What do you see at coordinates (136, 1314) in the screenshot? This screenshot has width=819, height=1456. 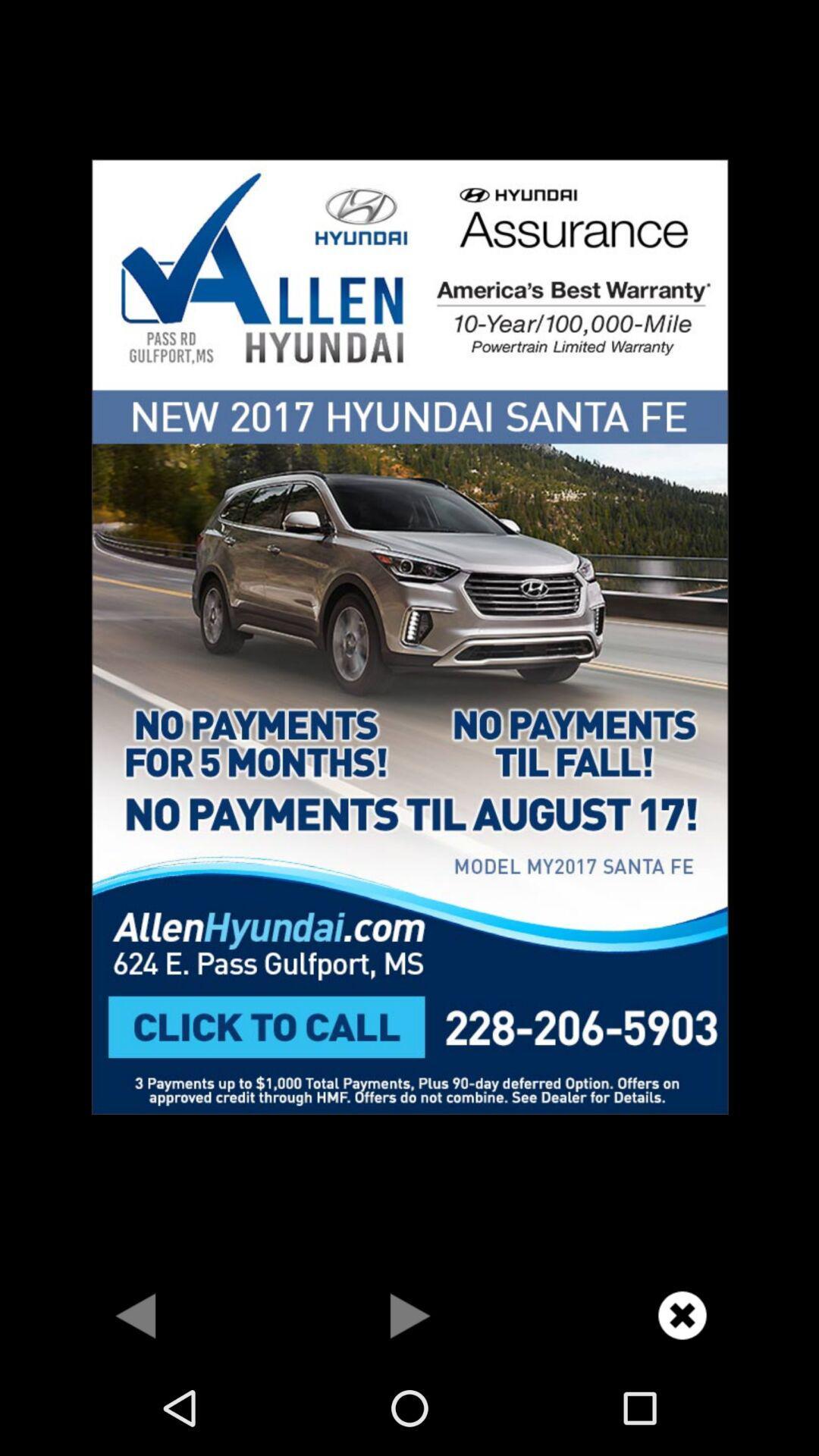 I see `go back` at bounding box center [136, 1314].